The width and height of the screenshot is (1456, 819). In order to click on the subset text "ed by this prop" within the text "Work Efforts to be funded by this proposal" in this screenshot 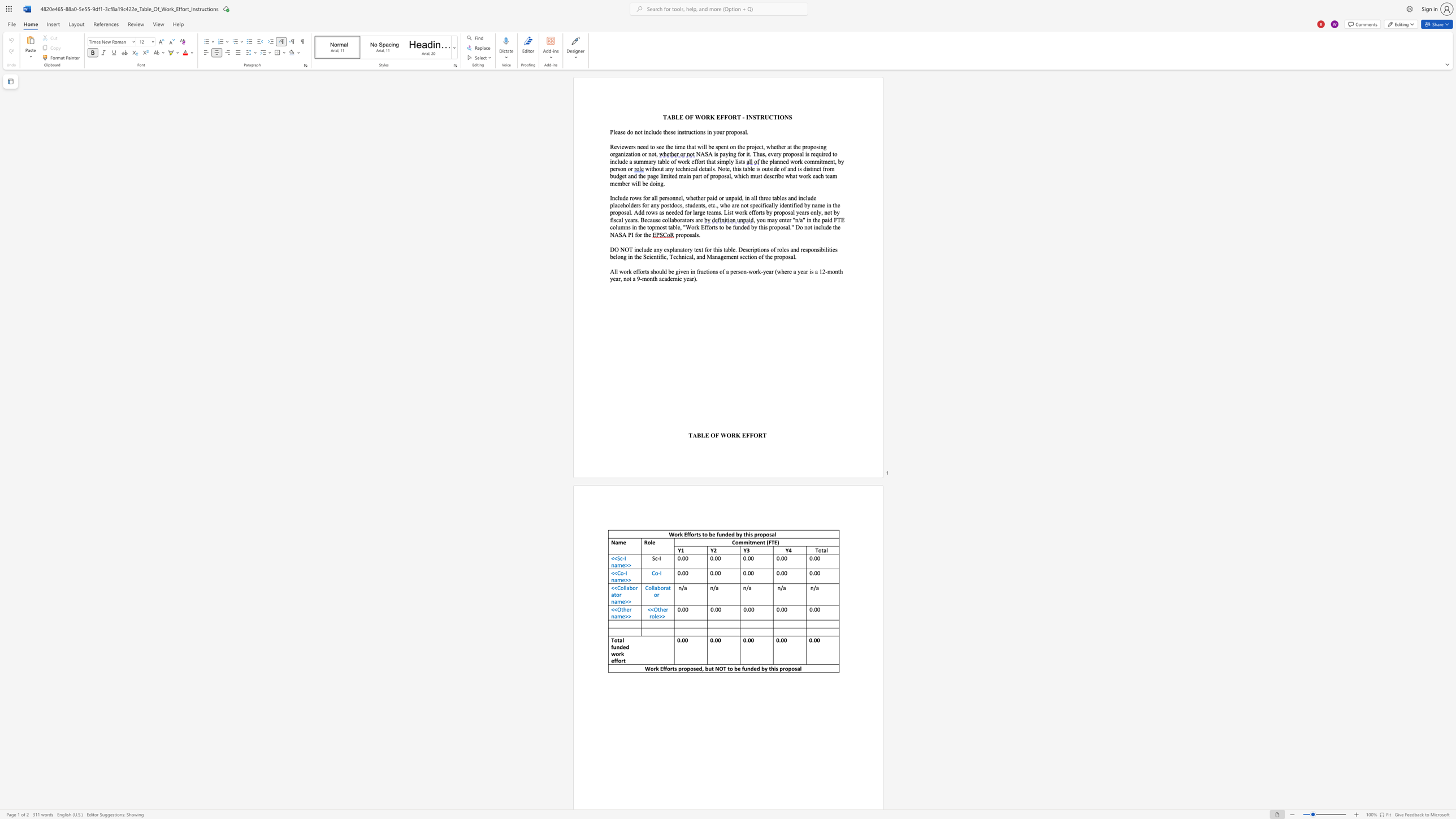, I will do `click(728, 534)`.